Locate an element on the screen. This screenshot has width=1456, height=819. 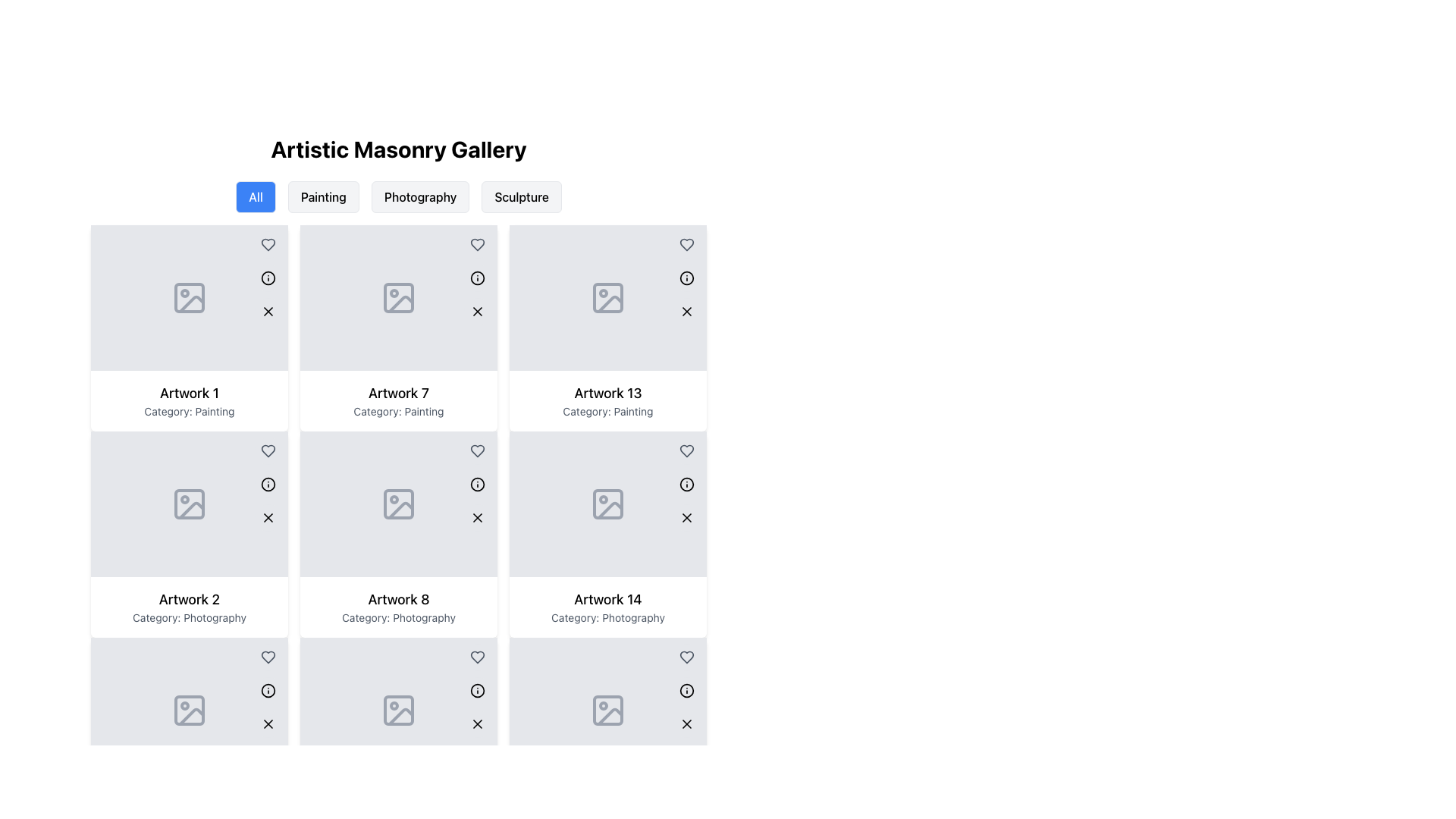
the 'delete' button located in the bottom-right corner of the 'Artwork 13' card is located at coordinates (686, 311).